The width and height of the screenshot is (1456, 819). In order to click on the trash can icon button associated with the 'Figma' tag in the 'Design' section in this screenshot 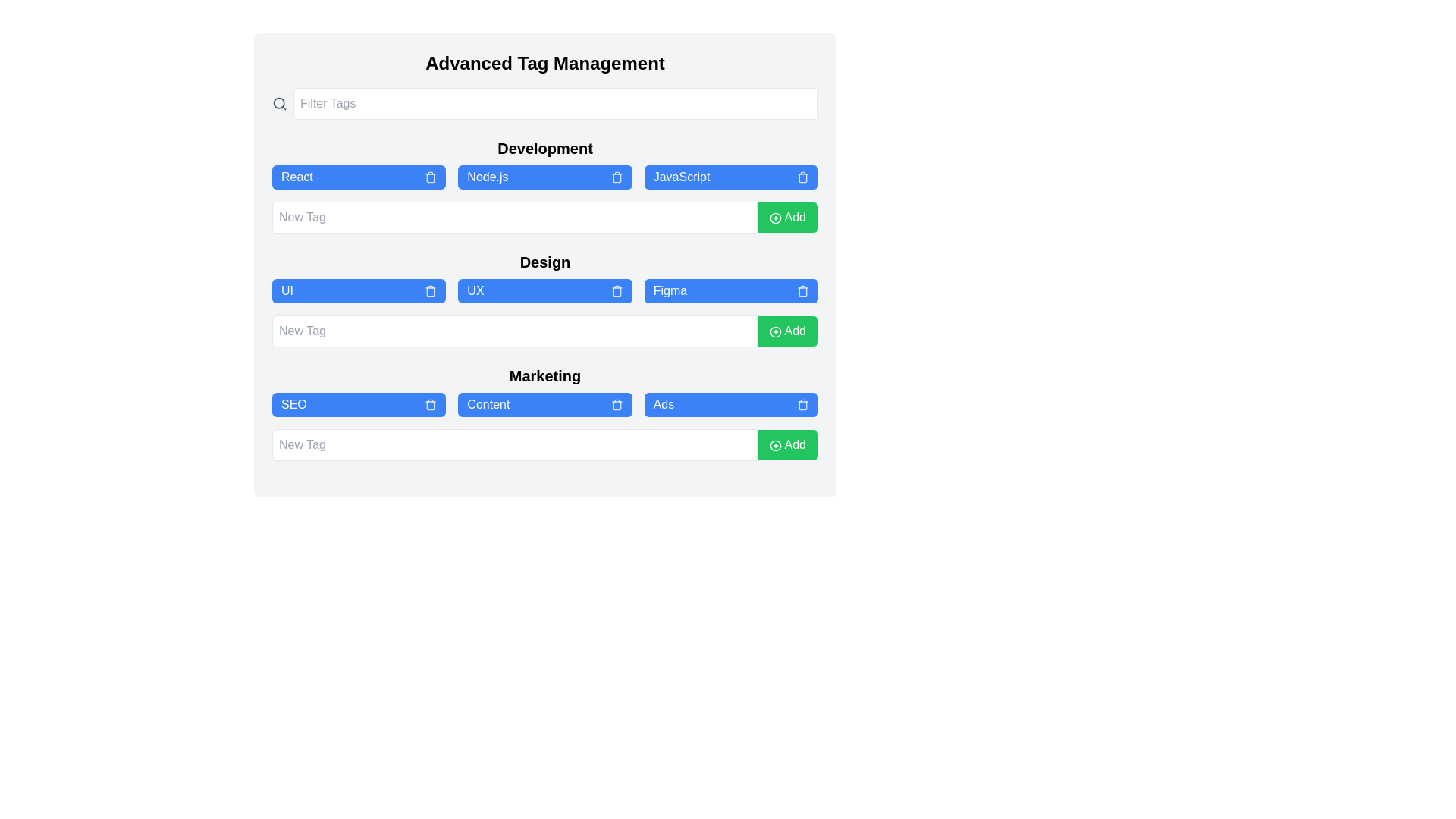, I will do `click(801, 291)`.